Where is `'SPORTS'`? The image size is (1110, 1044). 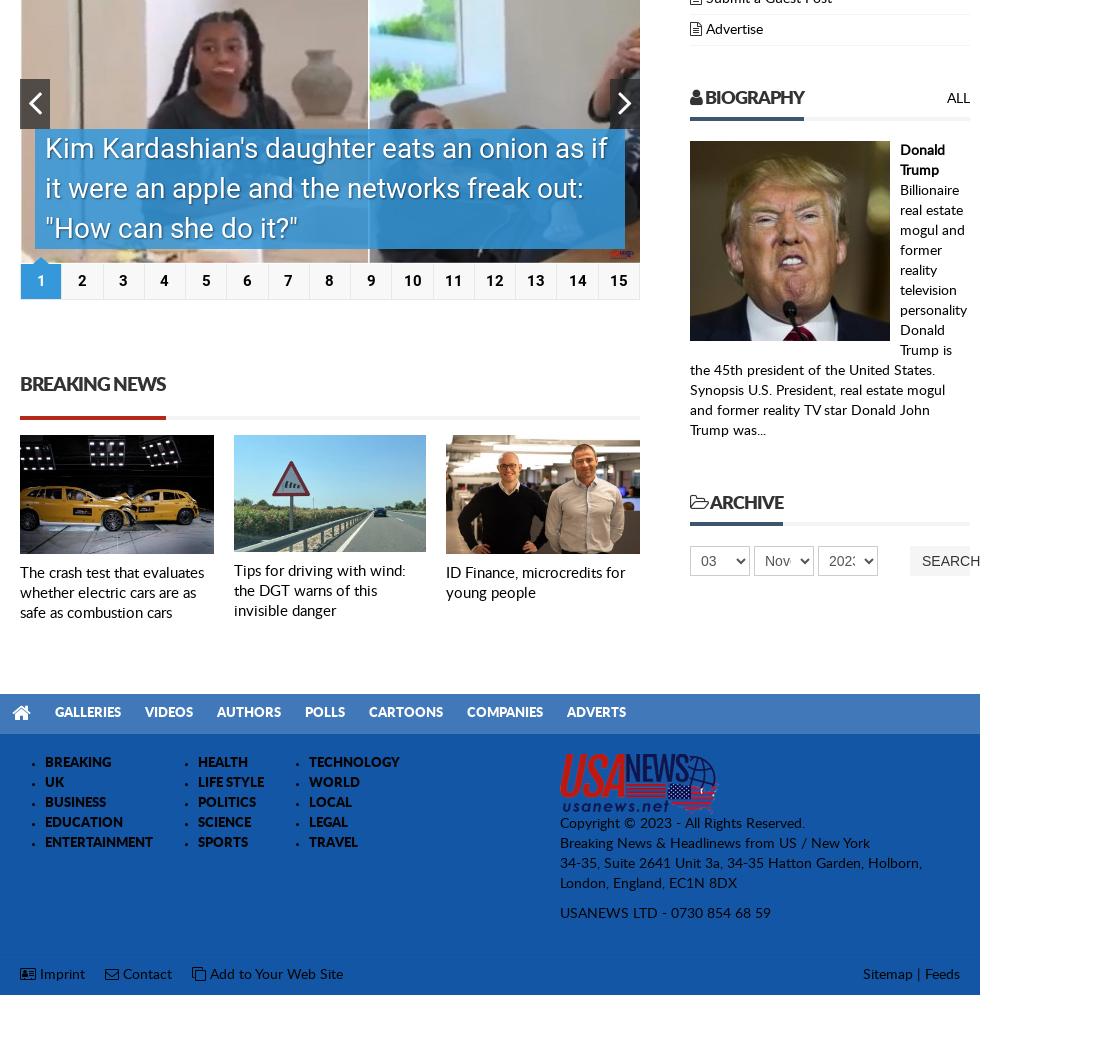
'SPORTS' is located at coordinates (222, 841).